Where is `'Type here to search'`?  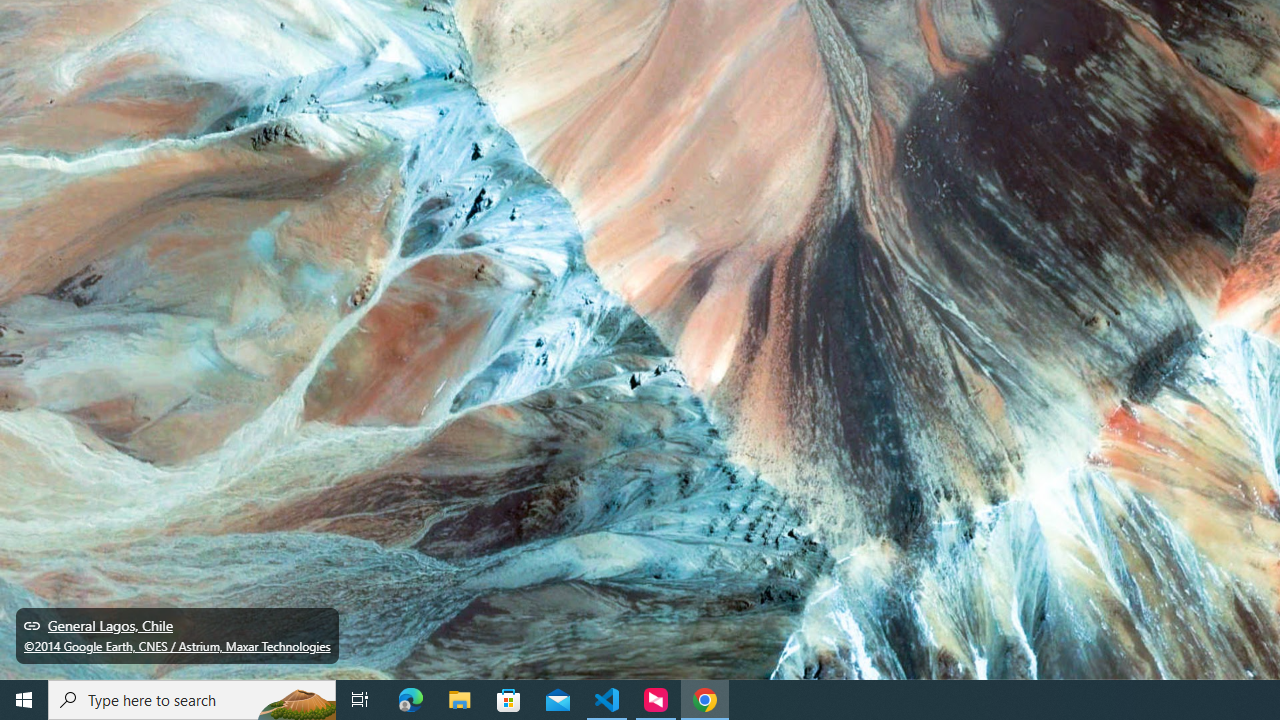 'Type here to search' is located at coordinates (192, 698).